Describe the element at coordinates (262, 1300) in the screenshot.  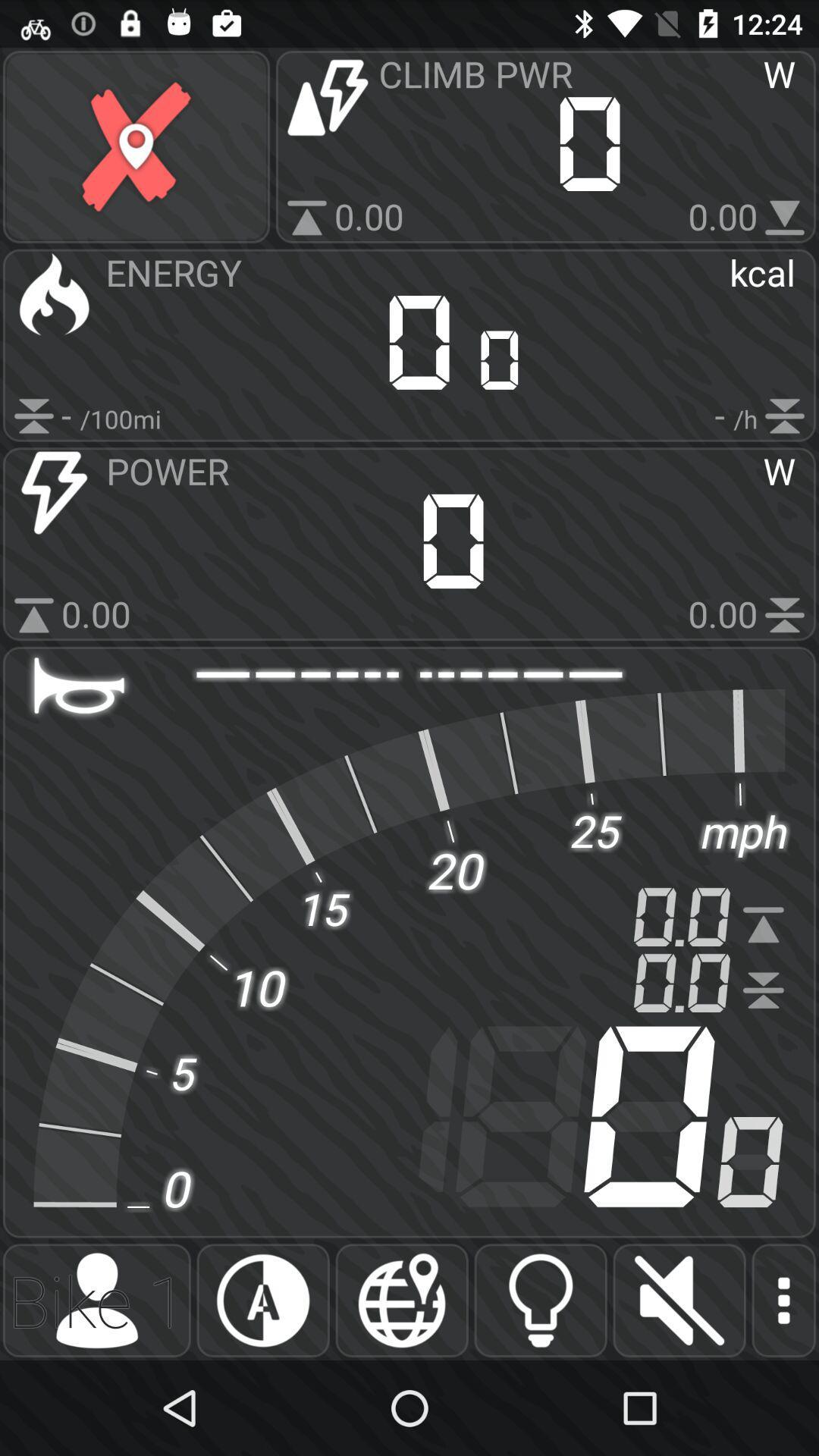
I see `this is a vehicle meter` at that location.